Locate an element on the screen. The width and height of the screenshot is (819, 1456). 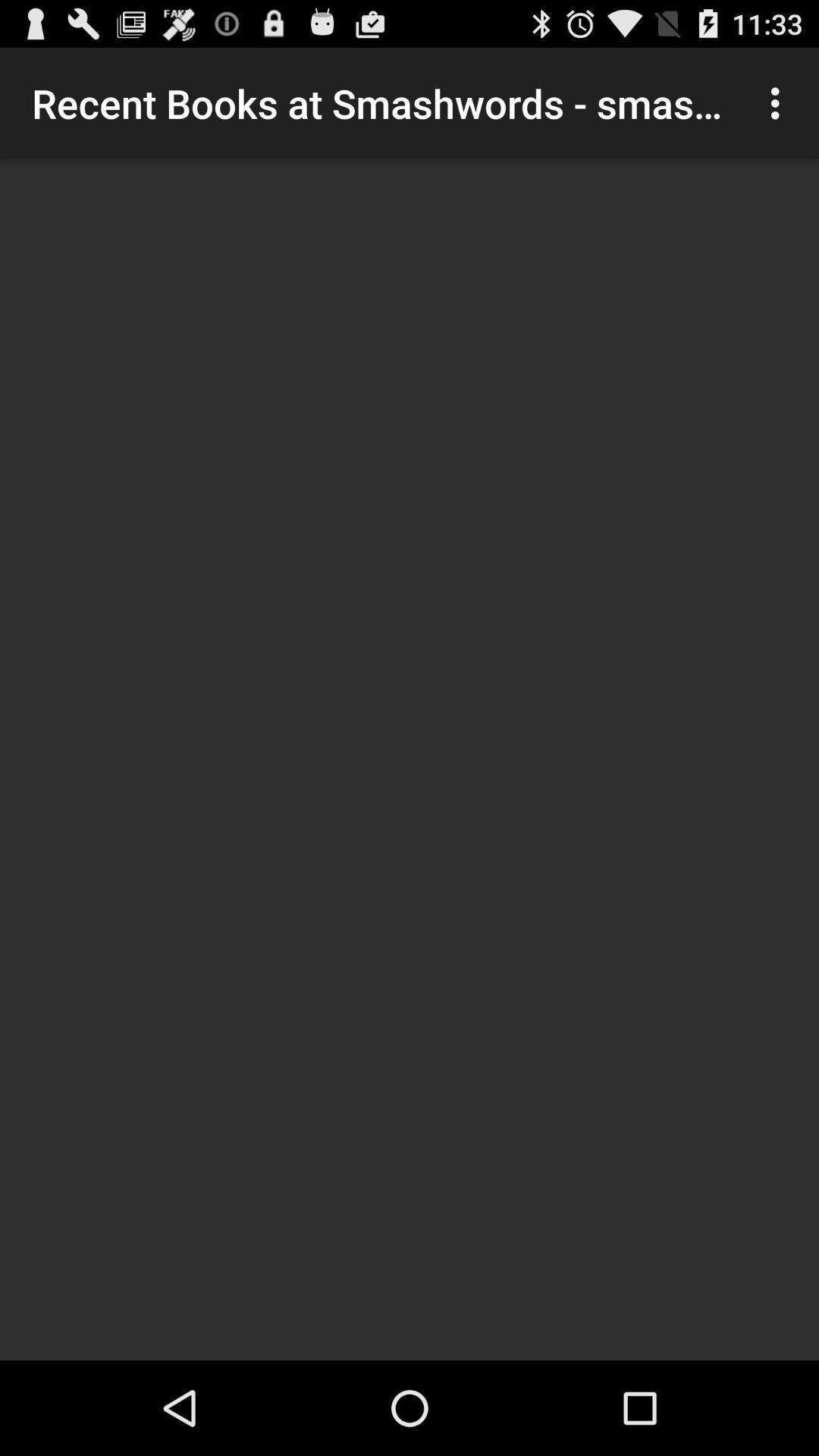
the item at the top right corner is located at coordinates (779, 102).